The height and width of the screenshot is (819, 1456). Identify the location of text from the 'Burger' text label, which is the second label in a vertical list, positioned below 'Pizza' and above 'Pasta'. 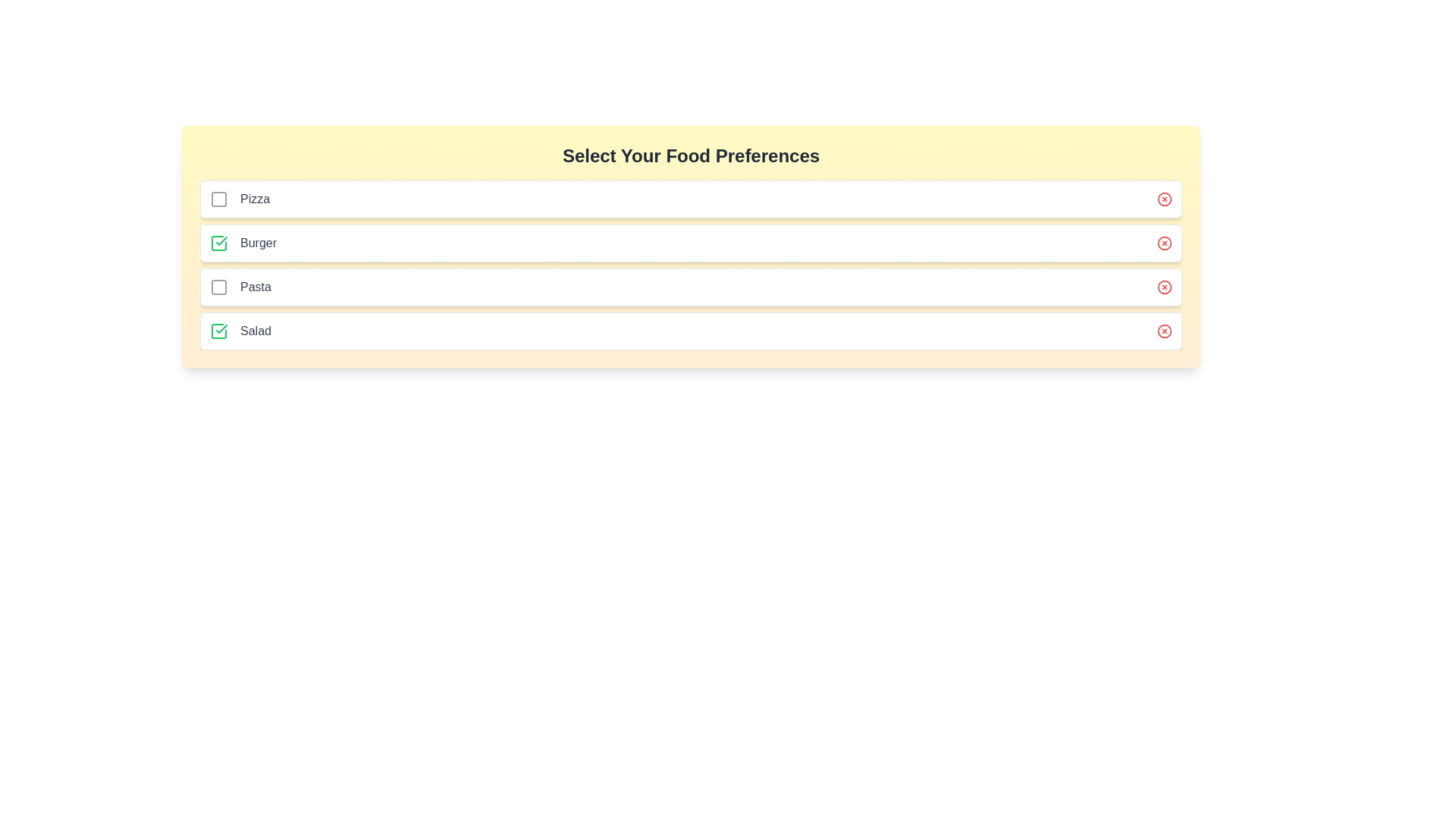
(258, 242).